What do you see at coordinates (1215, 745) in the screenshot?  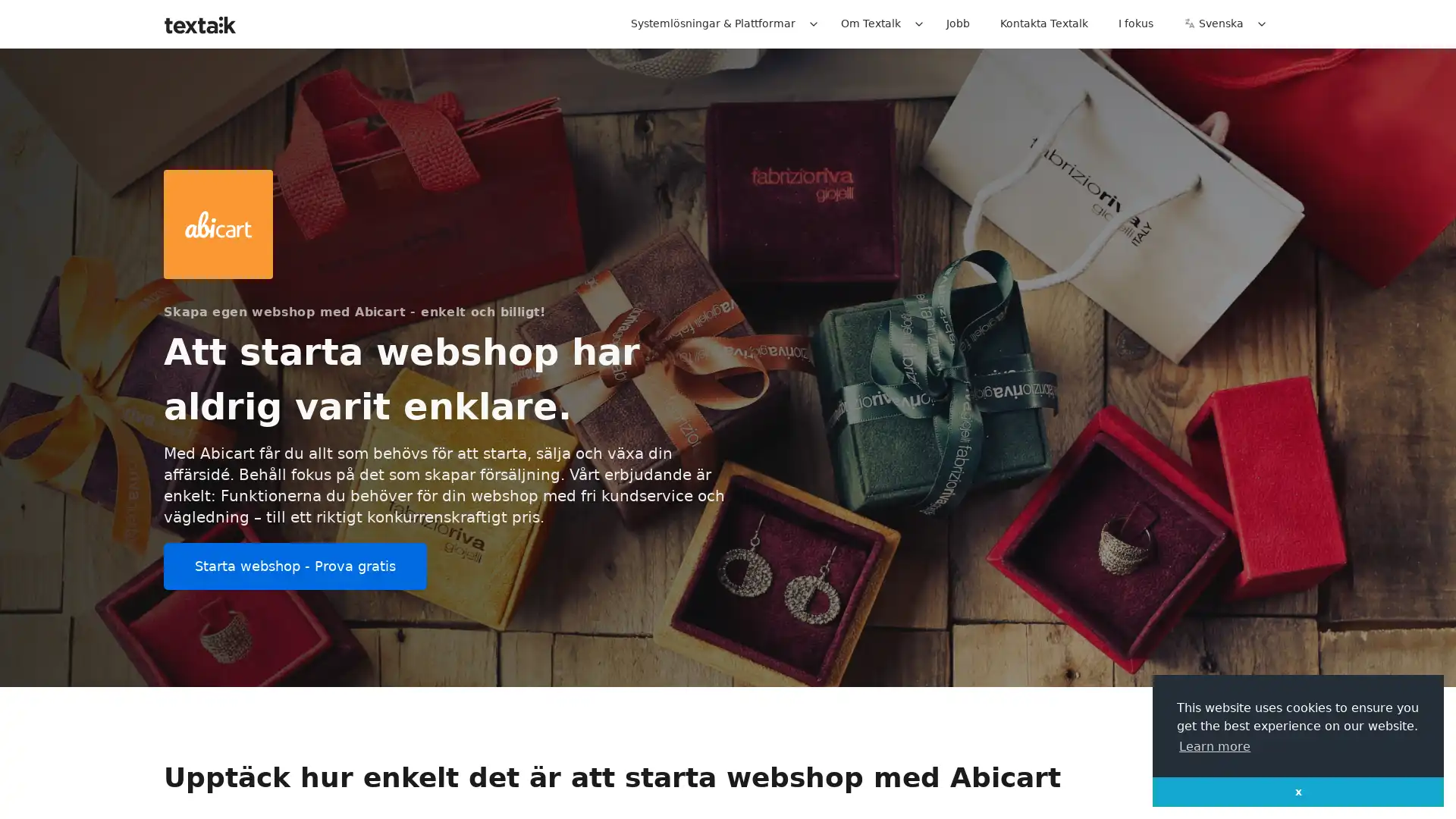 I see `learn more about cookies` at bounding box center [1215, 745].